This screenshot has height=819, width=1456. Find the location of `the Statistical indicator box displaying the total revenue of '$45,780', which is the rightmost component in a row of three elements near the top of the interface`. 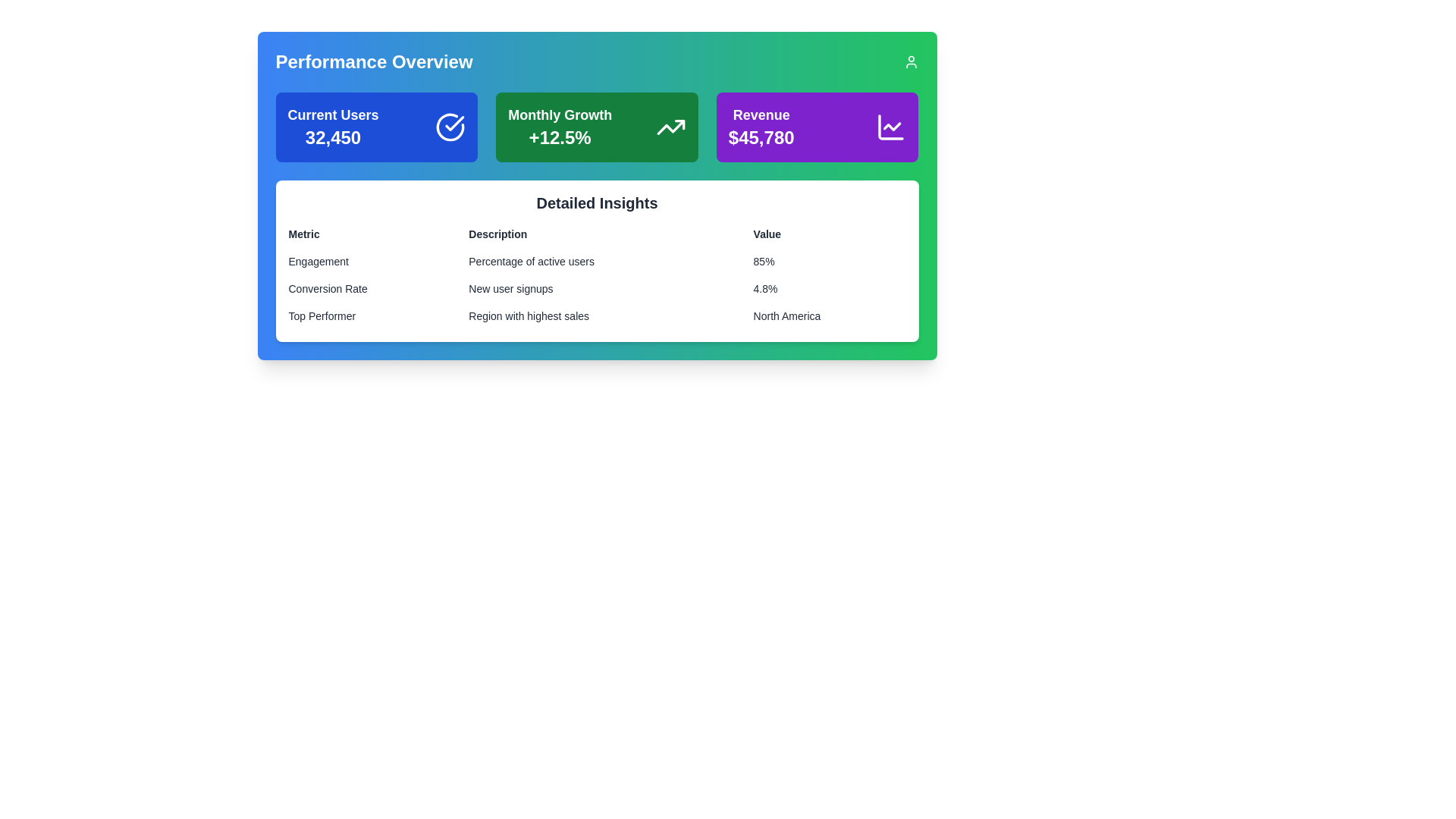

the Statistical indicator box displaying the total revenue of '$45,780', which is the rightmost component in a row of three elements near the top of the interface is located at coordinates (761, 127).